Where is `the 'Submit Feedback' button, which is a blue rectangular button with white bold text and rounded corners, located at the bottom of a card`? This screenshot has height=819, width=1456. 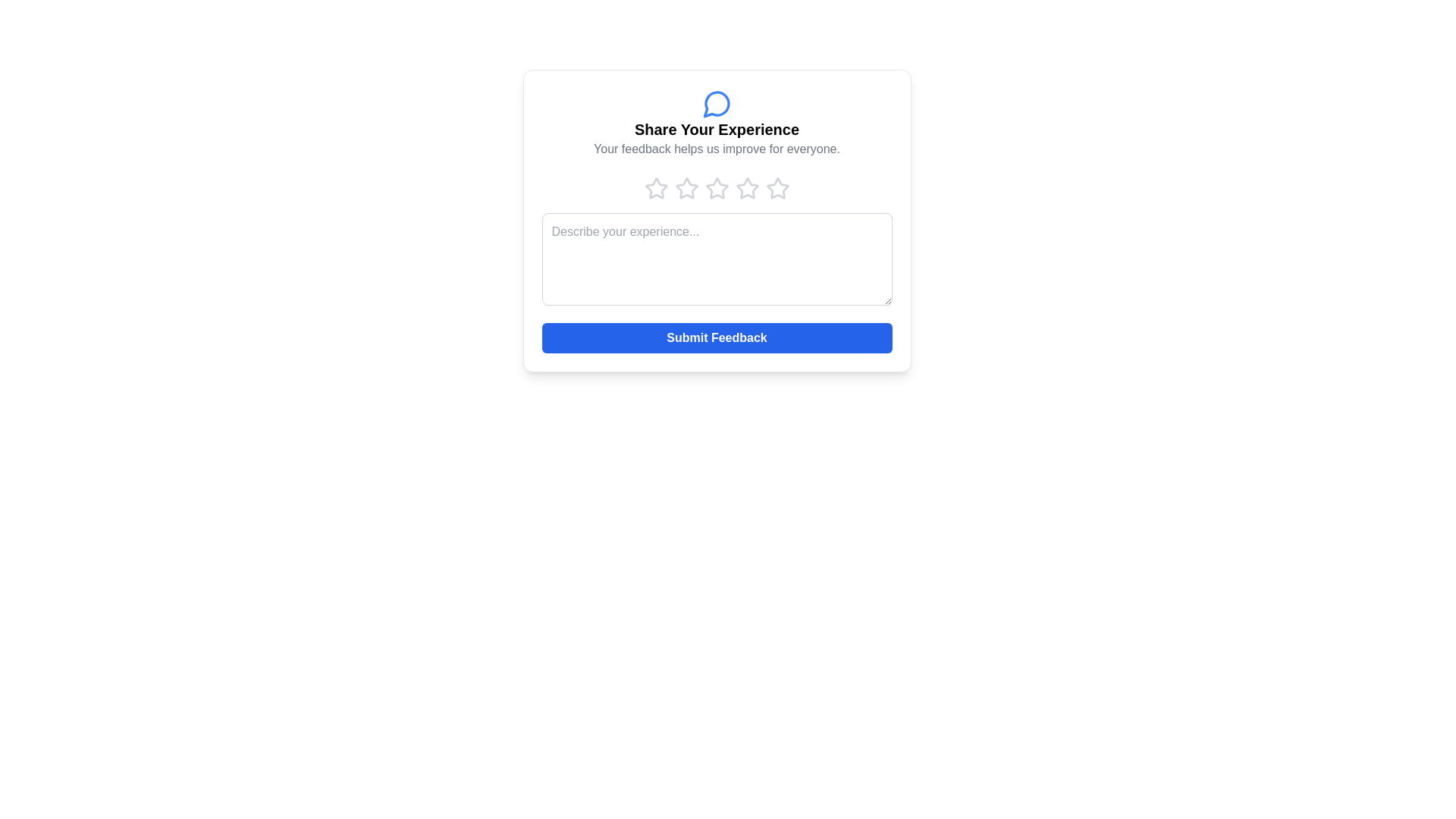
the 'Submit Feedback' button, which is a blue rectangular button with white bold text and rounded corners, located at the bottom of a card is located at coordinates (716, 337).